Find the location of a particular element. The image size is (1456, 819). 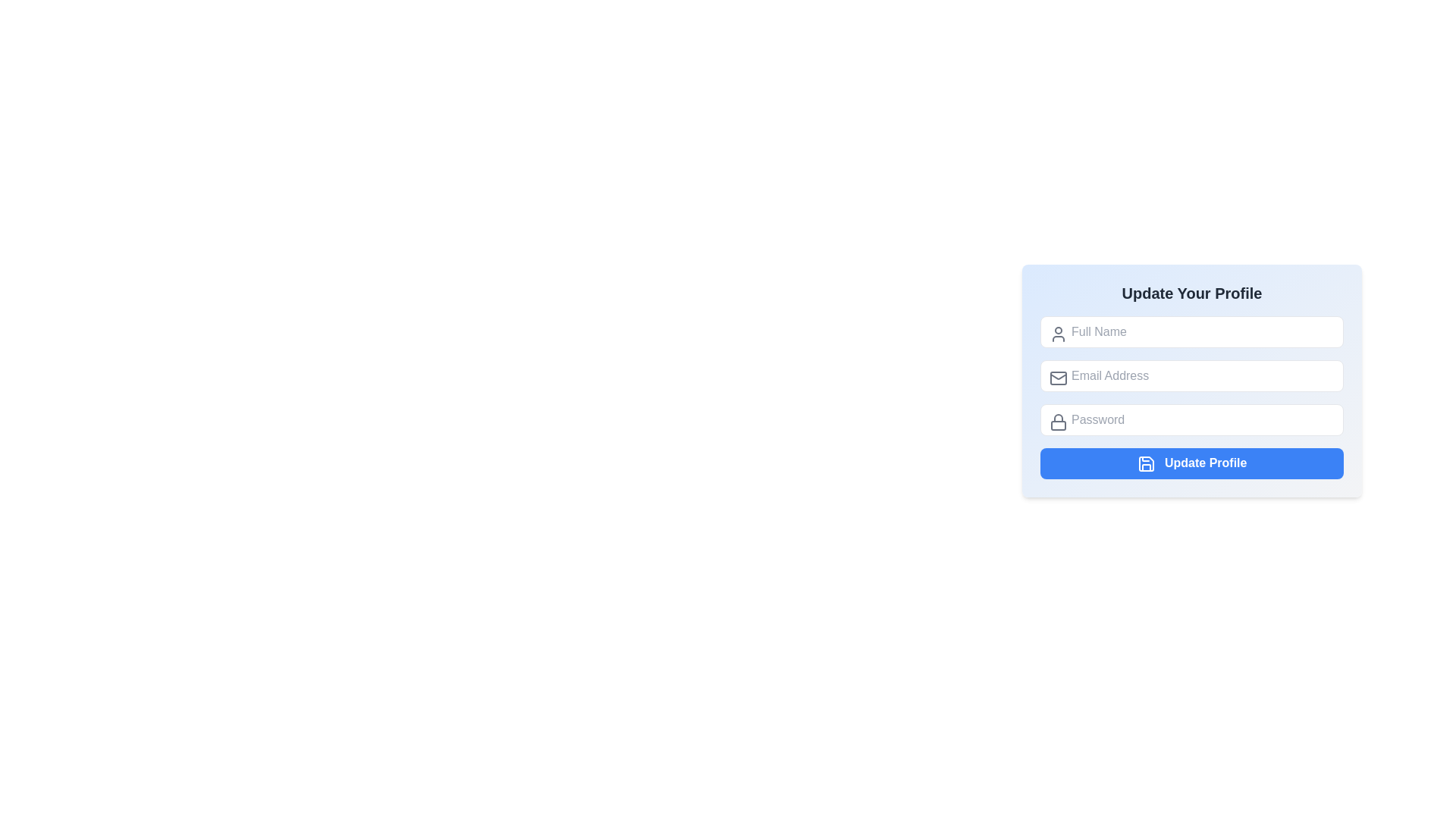

the curved top part of the lock icon graphic, which represents security or password-related functionality, located adjacent to the password input field is located at coordinates (1058, 418).